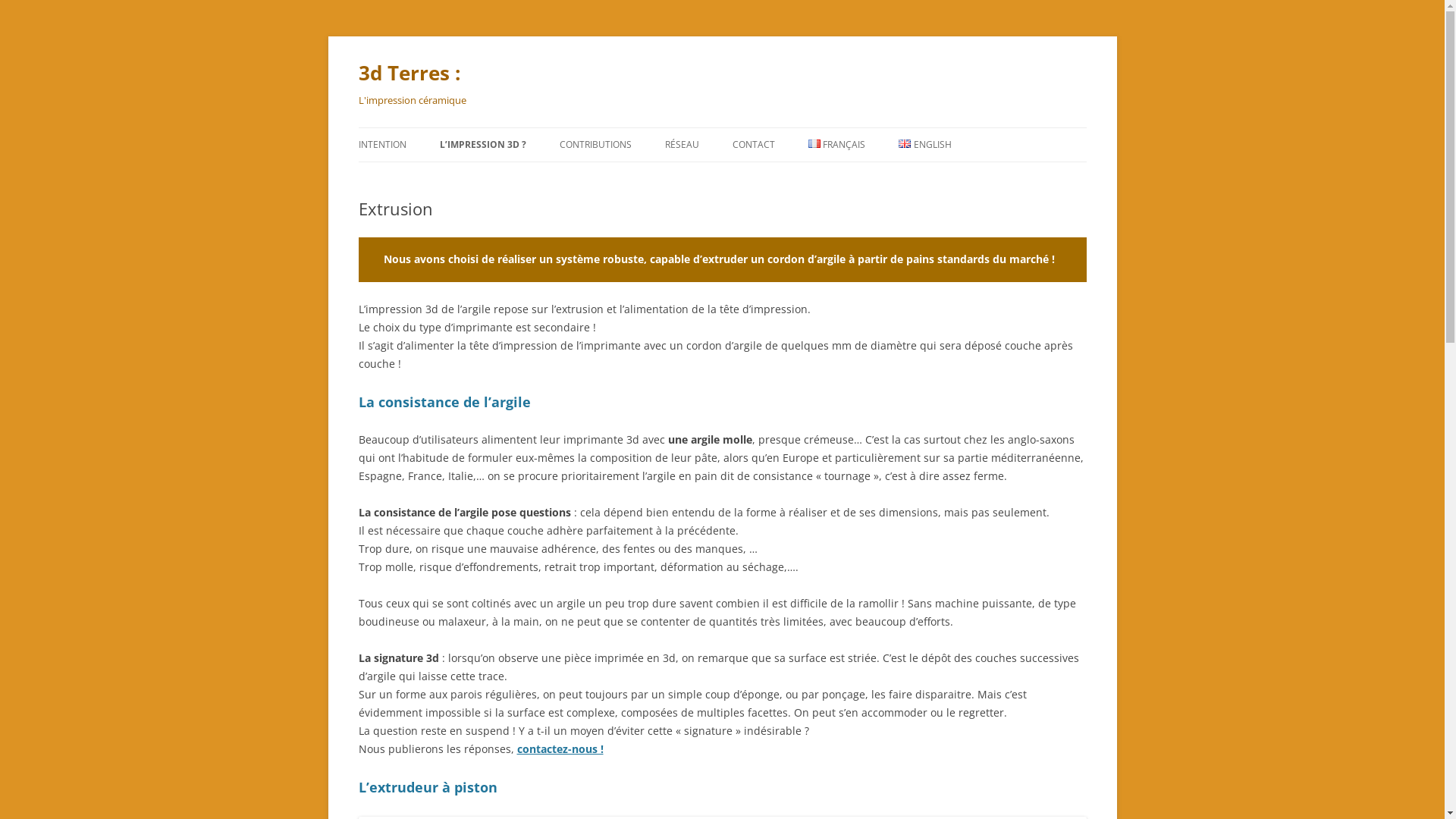  I want to click on 'CONTRIBUTIONS', so click(595, 145).